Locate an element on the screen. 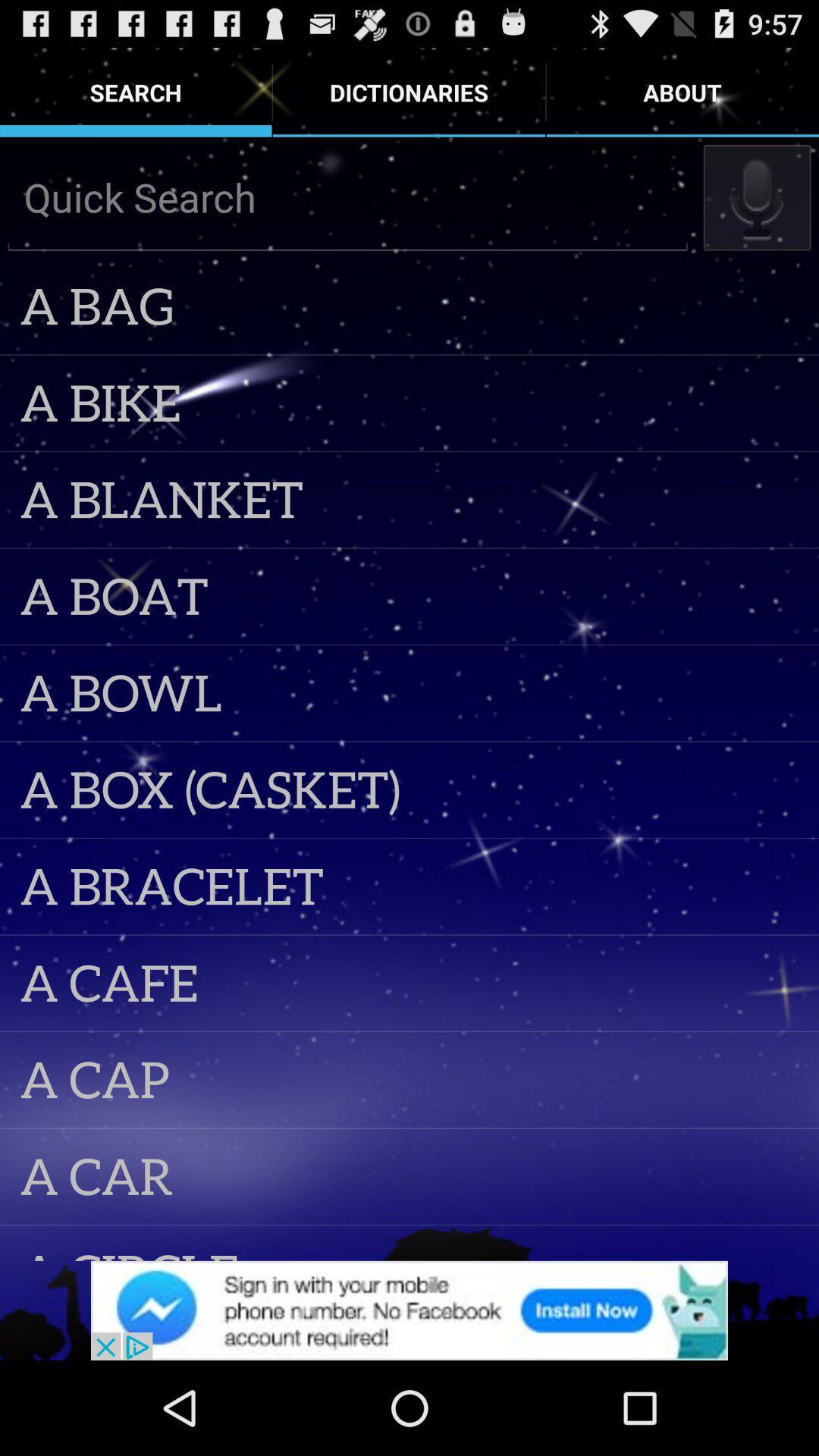 Image resolution: width=819 pixels, height=1456 pixels. search is located at coordinates (347, 196).